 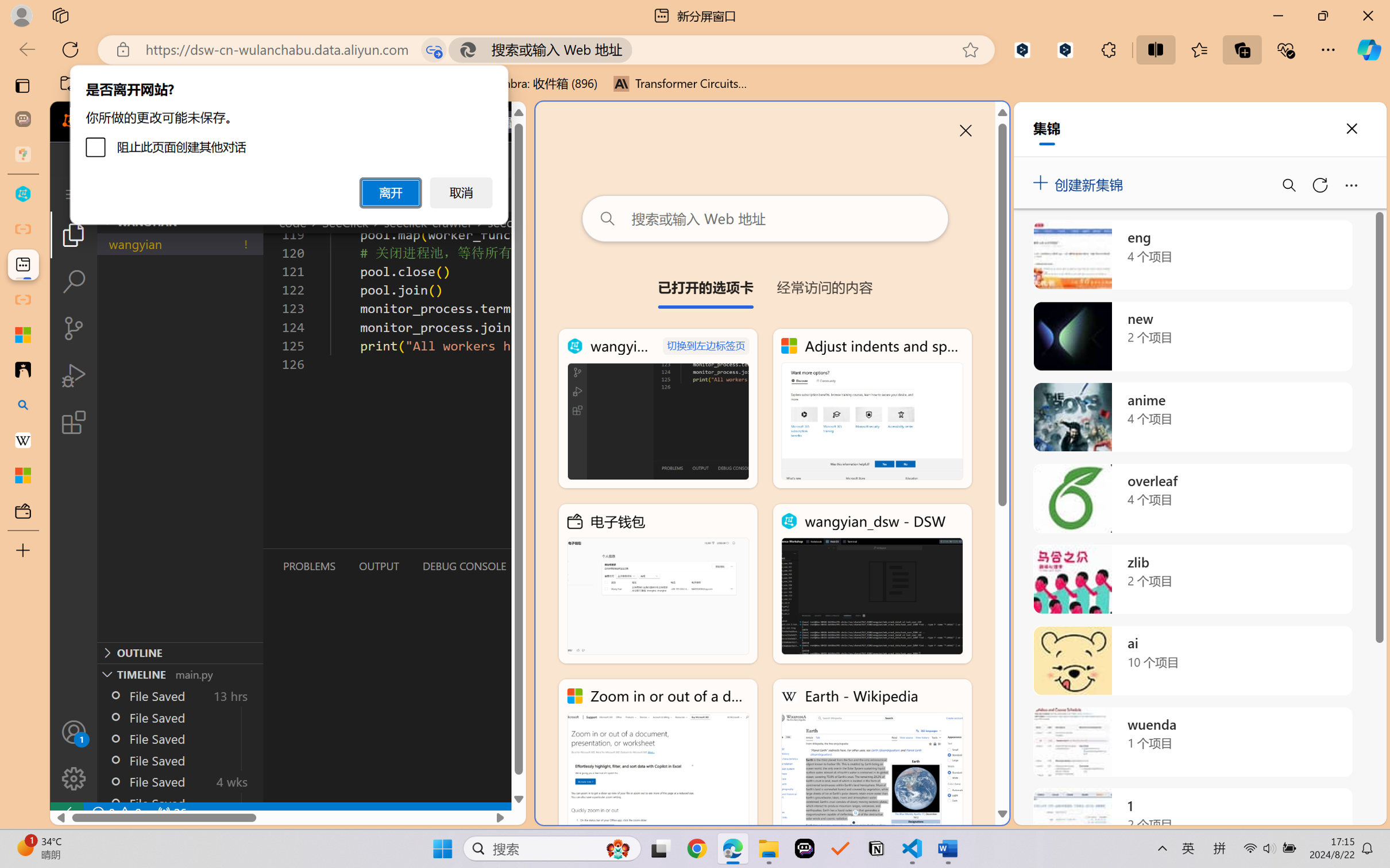 What do you see at coordinates (871, 584) in the screenshot?
I see `'wangyian_dsw - DSW'` at bounding box center [871, 584].